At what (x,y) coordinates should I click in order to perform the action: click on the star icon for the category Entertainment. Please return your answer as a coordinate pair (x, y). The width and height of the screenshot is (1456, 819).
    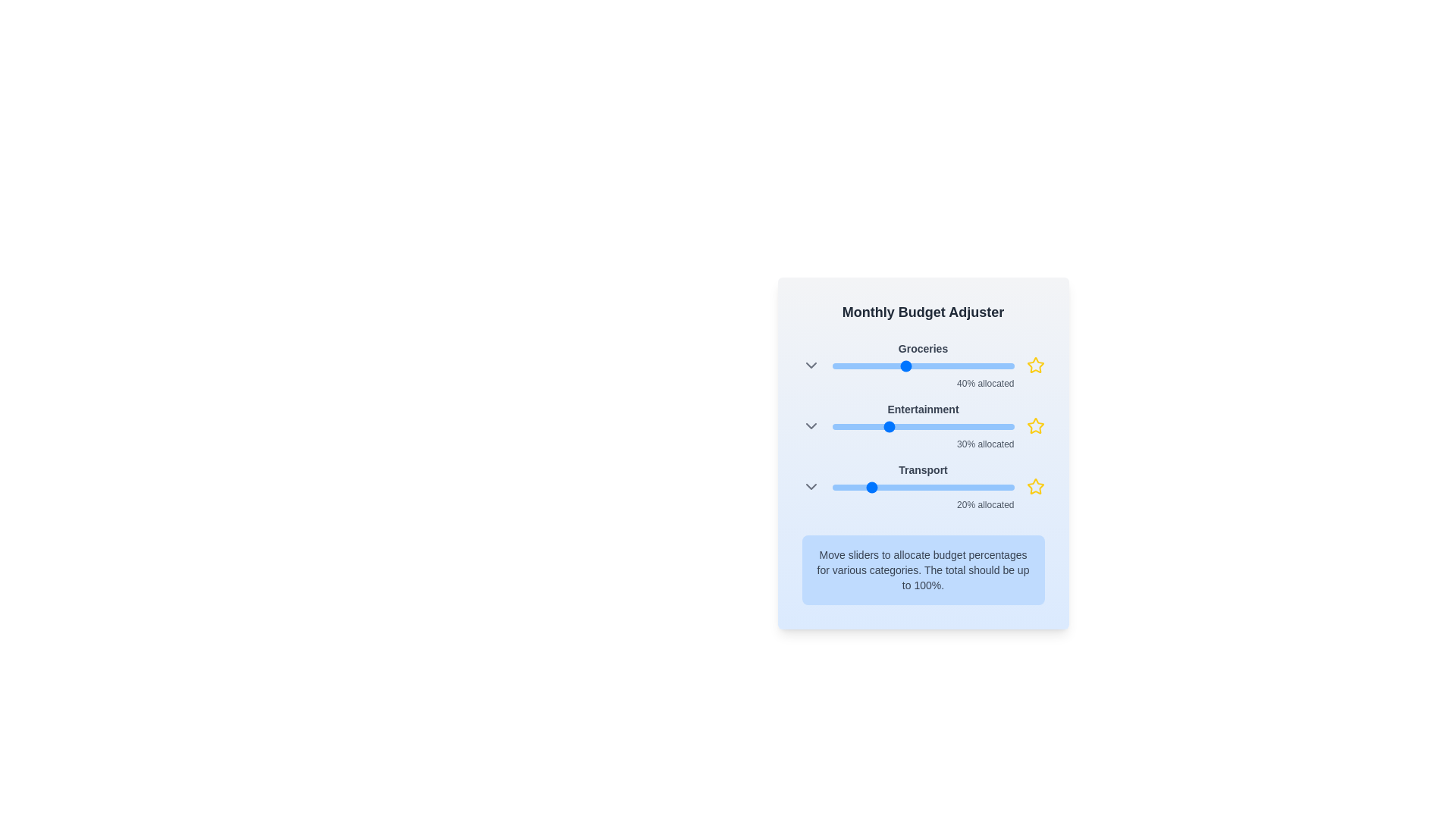
    Looking at the image, I should click on (1034, 426).